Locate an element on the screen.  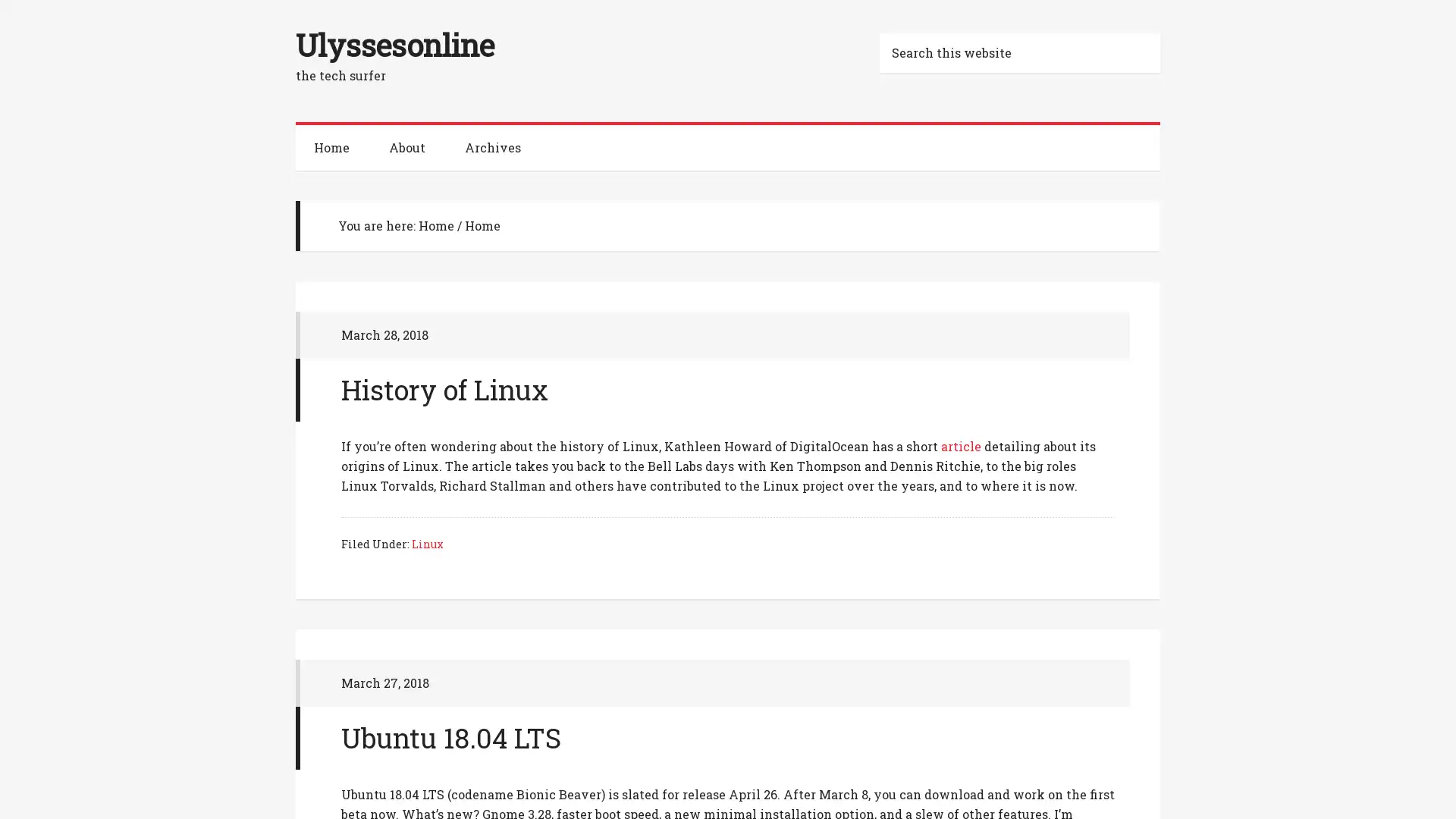
Search is located at coordinates (1159, 32).